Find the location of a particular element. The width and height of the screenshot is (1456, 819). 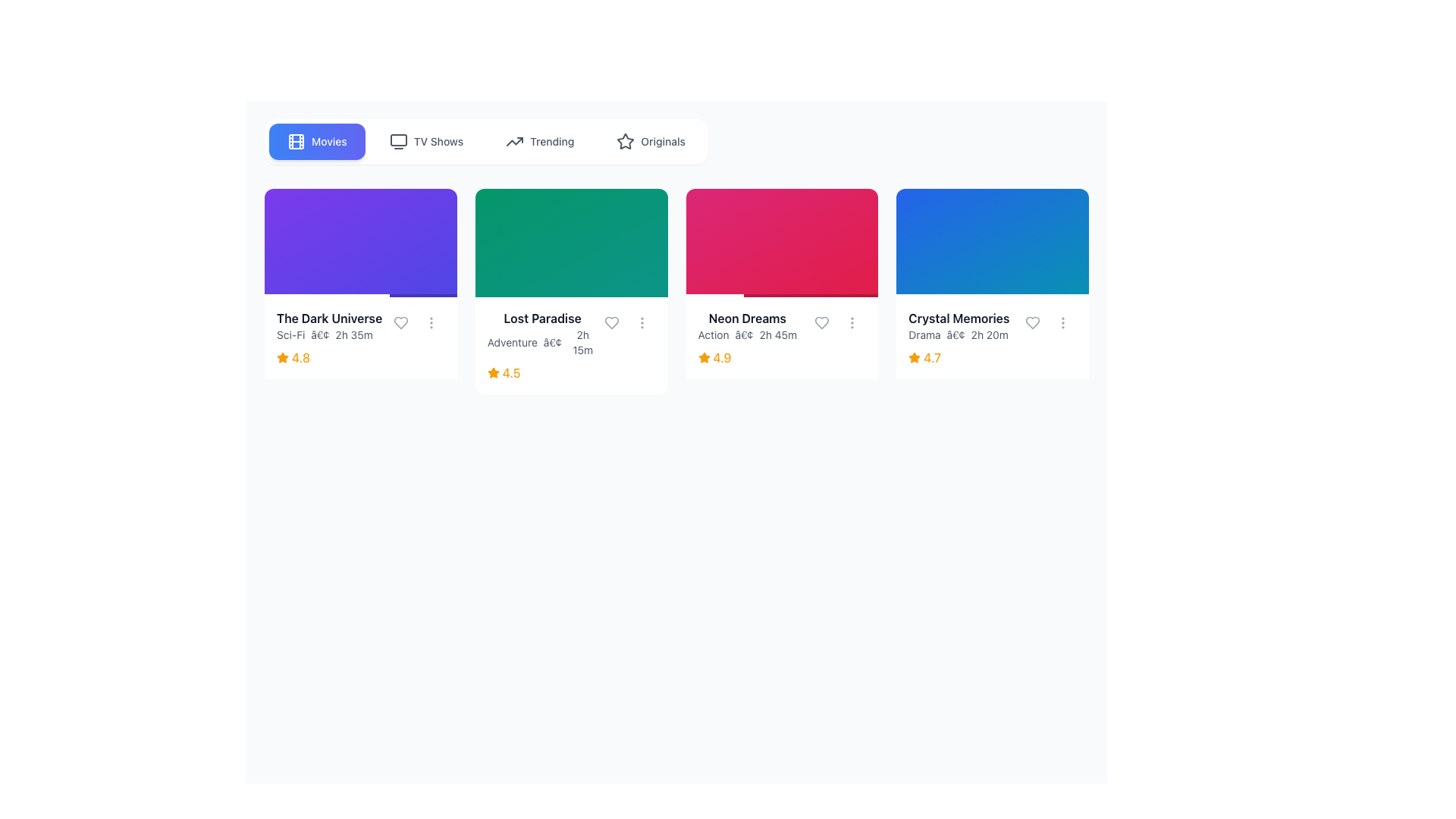

the play button SVG graphic located near the center of the first movie card in a horizontally scrolling gallery for accessibility navigation is located at coordinates (362, 242).